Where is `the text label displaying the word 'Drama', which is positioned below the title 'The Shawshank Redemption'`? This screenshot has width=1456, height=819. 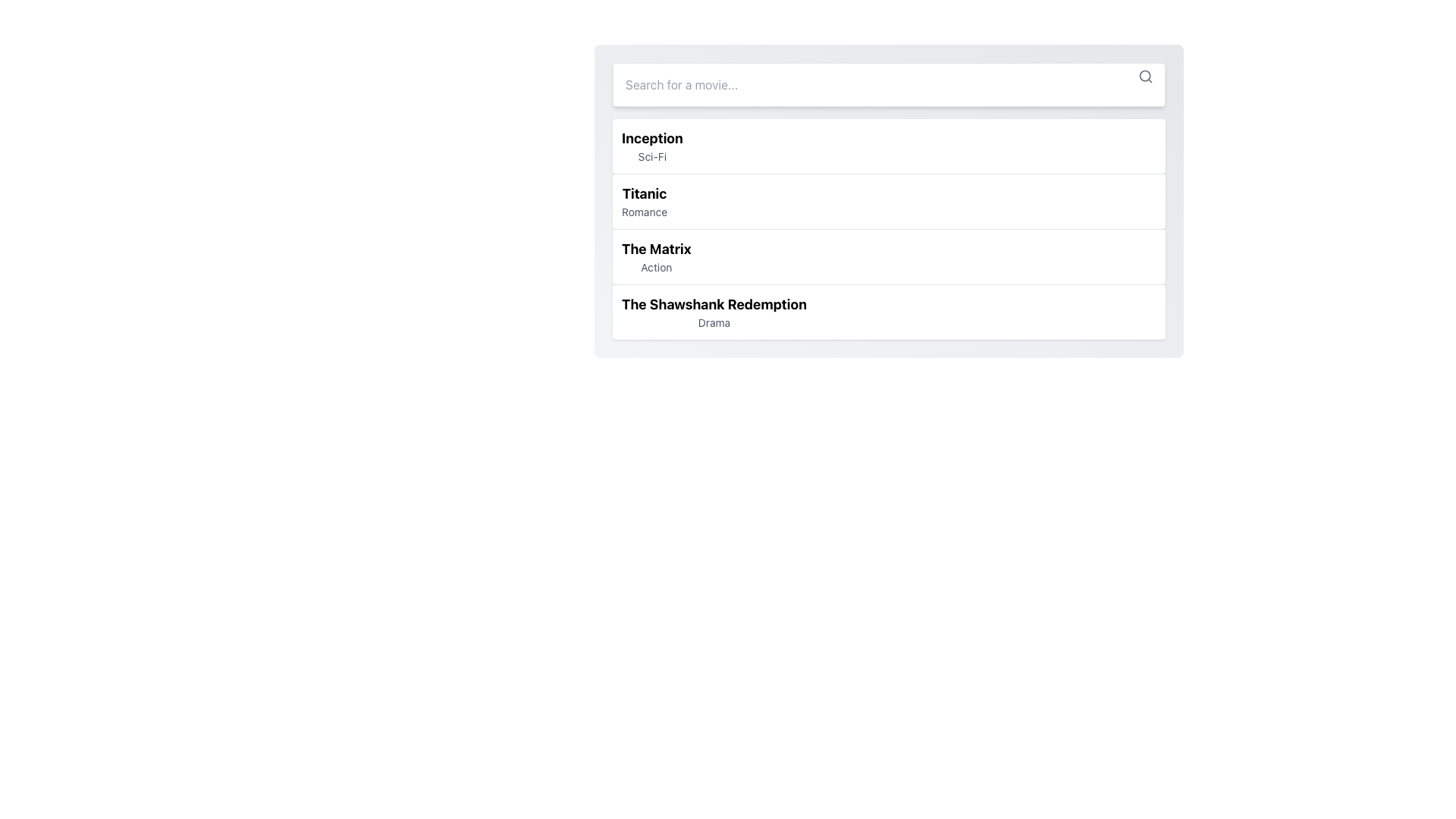 the text label displaying the word 'Drama', which is positioned below the title 'The Shawshank Redemption' is located at coordinates (713, 322).